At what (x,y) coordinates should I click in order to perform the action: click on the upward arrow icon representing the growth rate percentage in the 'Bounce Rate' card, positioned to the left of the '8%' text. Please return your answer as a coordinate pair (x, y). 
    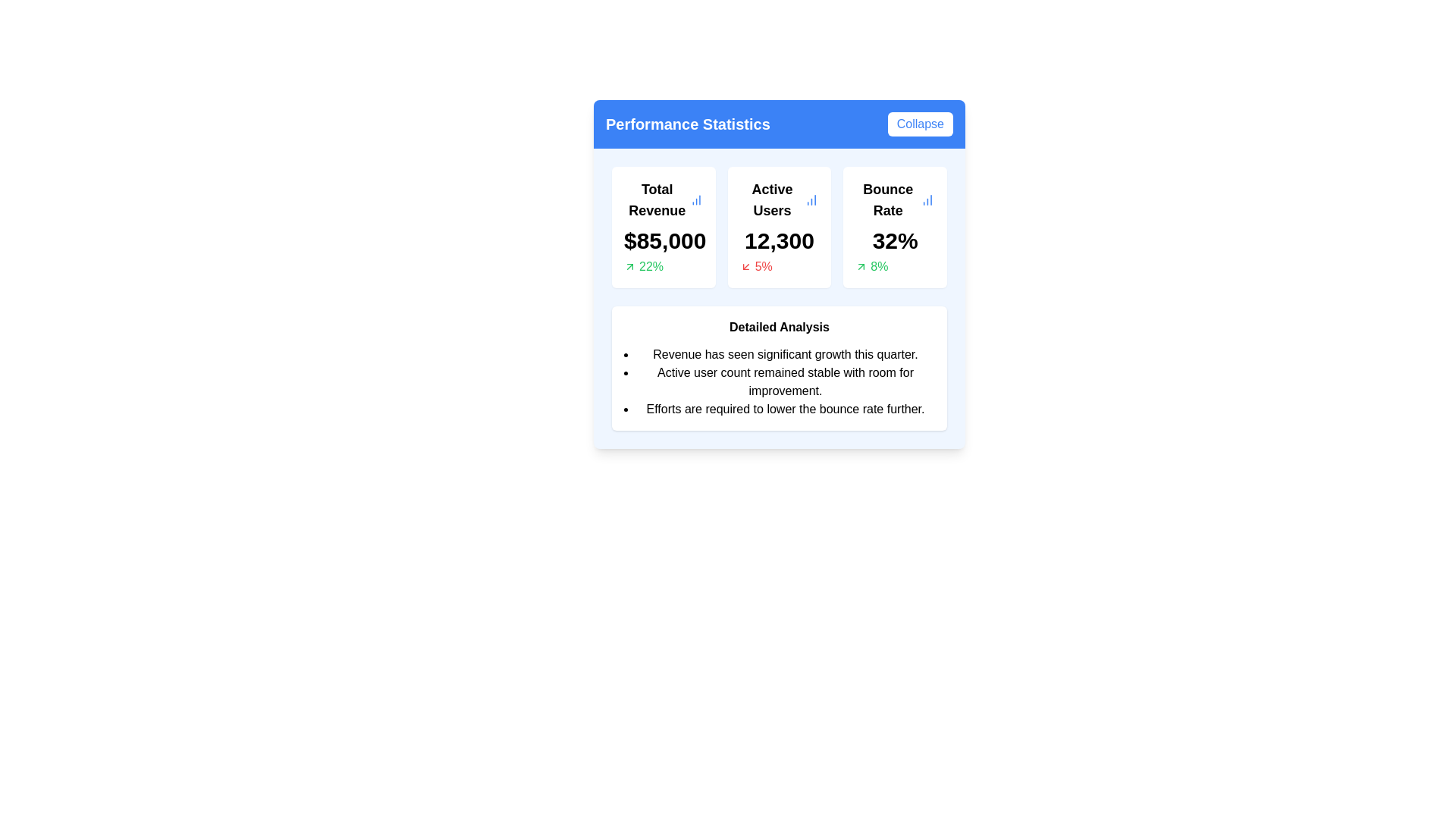
    Looking at the image, I should click on (861, 265).